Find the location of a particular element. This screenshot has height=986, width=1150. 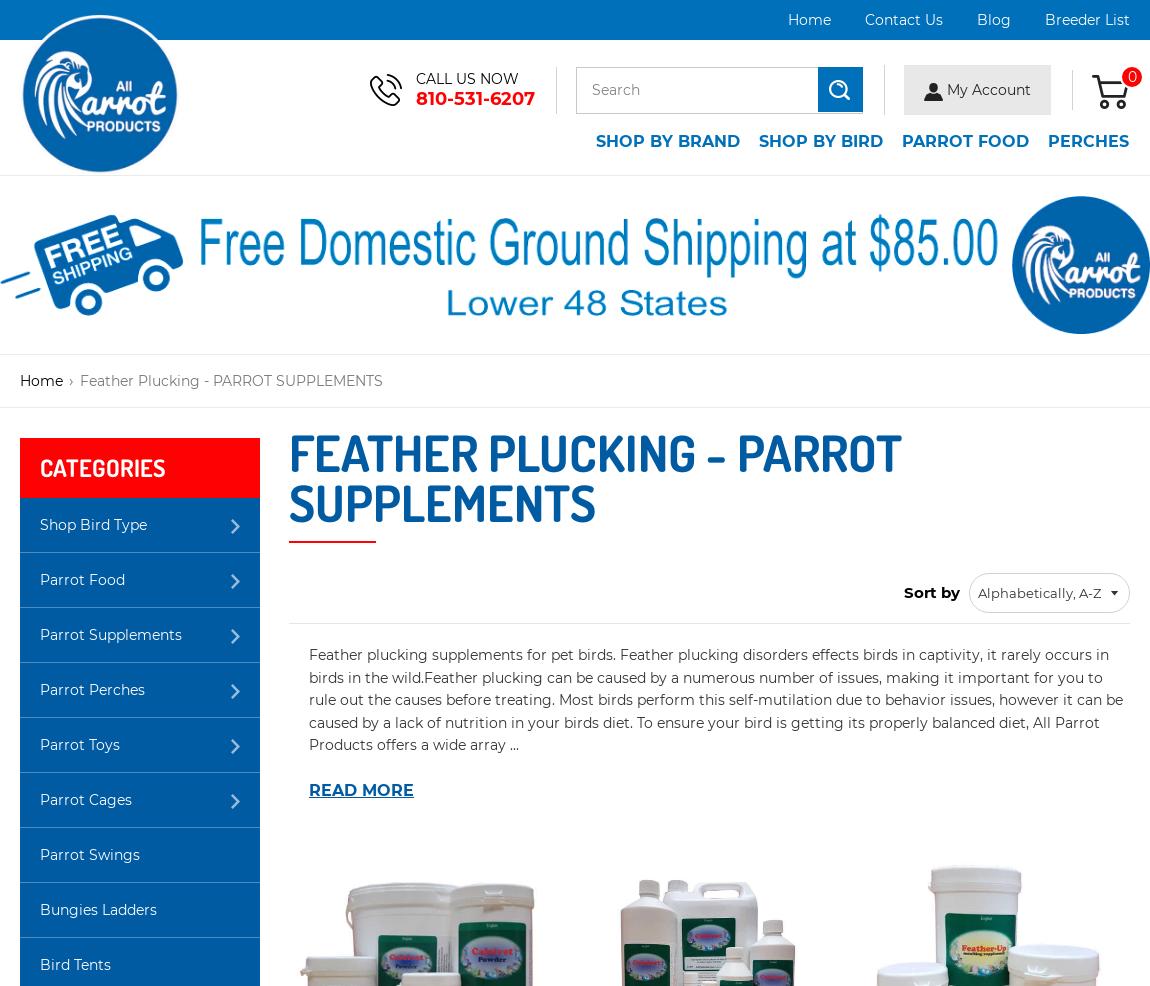

'Feather plucking supplements for pet birds. Feather plucking disorders effects birds in captivity, it rarely occurs in birds in the wild.Feather plucking can be caused by a numerous number of issues, making it important for you to rule out the causes before treating. Most birds perform this self-mutilation due to behavior issues, however it can be caused by a lack of nutrition in your birds diet. To ensure your bird is getting its properly balanced diet,  All Parrot Products offers a wide array ...' is located at coordinates (714, 698).